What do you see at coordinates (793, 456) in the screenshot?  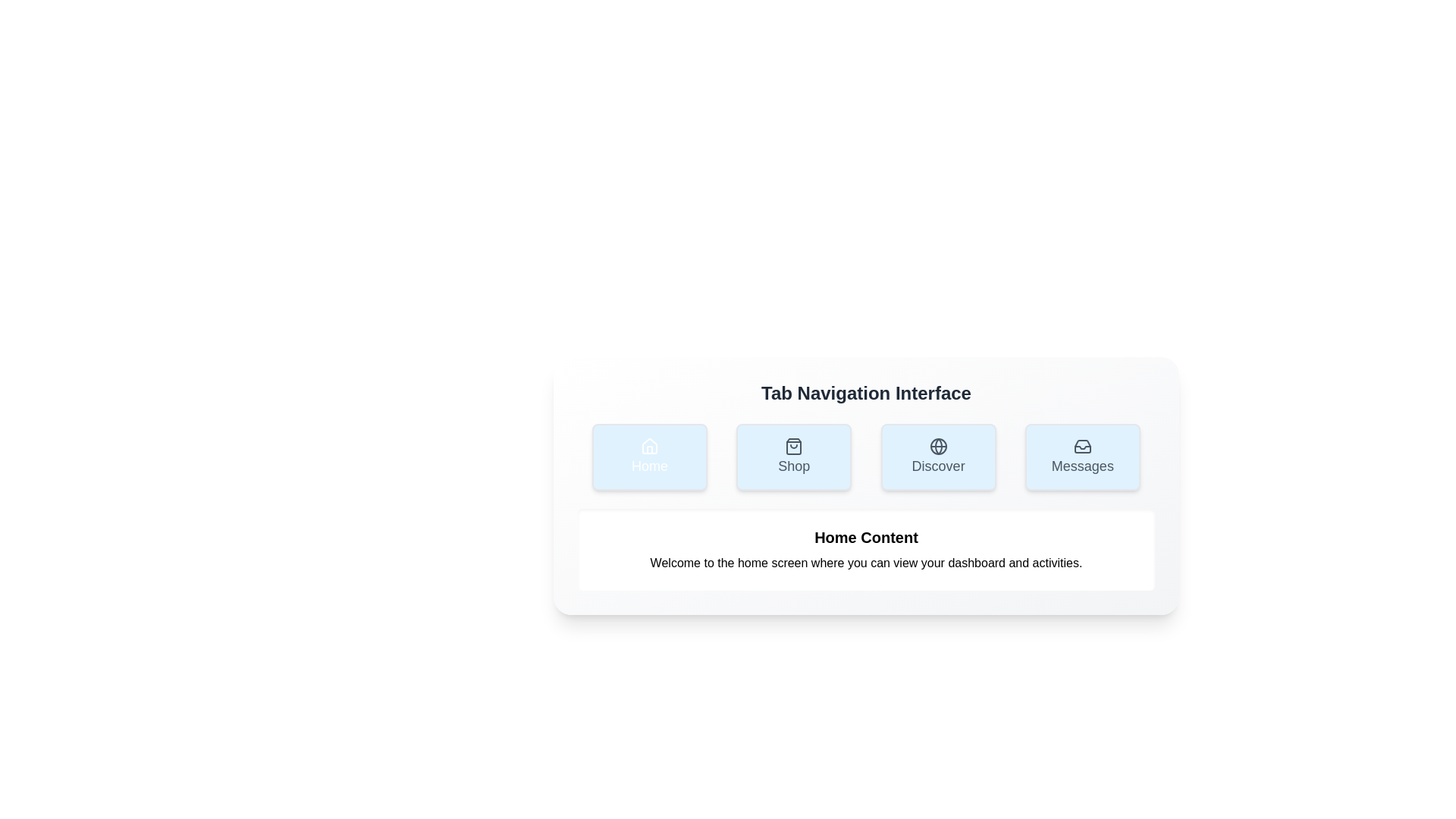 I see `the navigation button that redirects to a shopping-related page by` at bounding box center [793, 456].